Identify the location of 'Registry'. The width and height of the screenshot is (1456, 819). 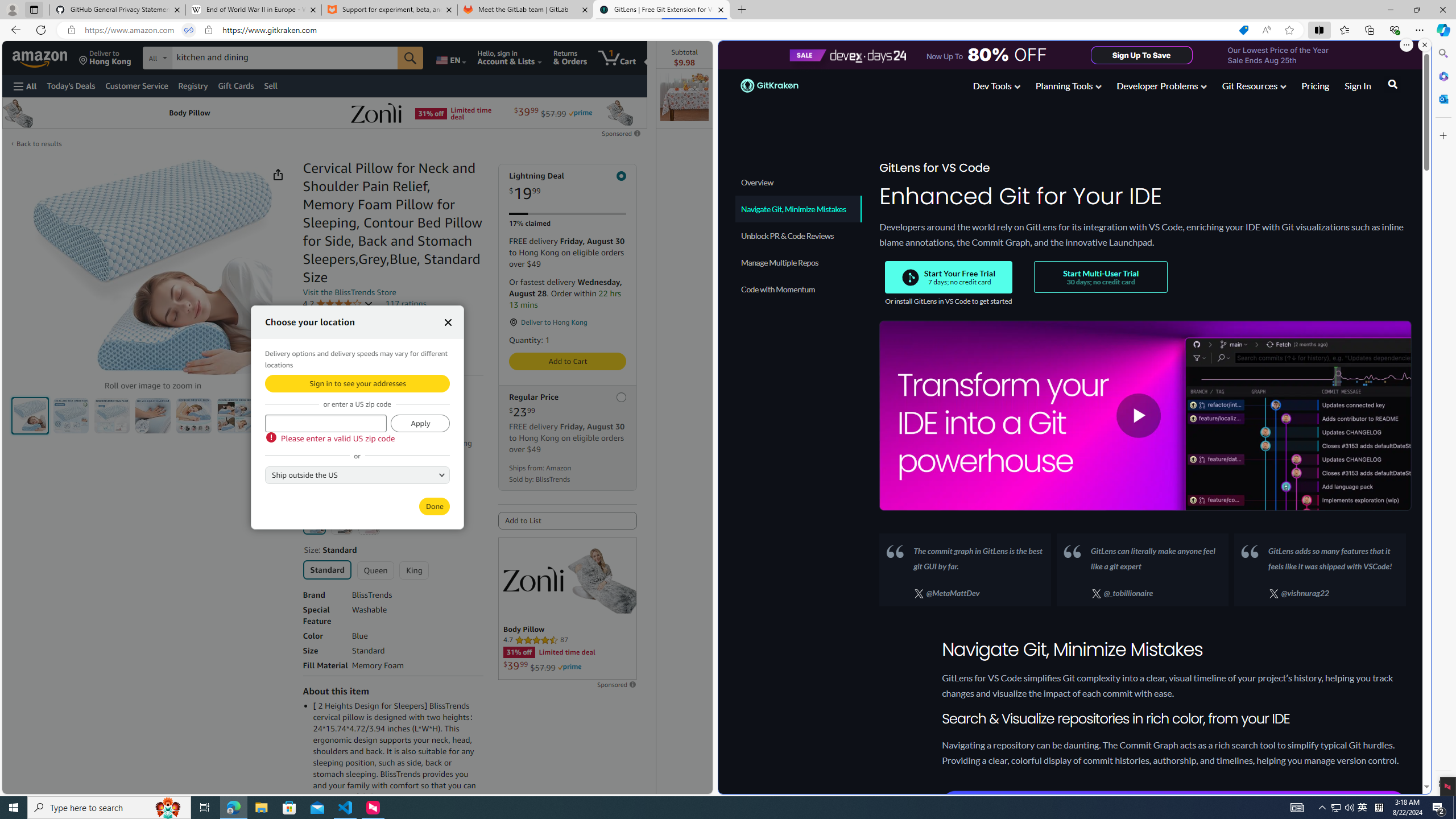
(192, 85).